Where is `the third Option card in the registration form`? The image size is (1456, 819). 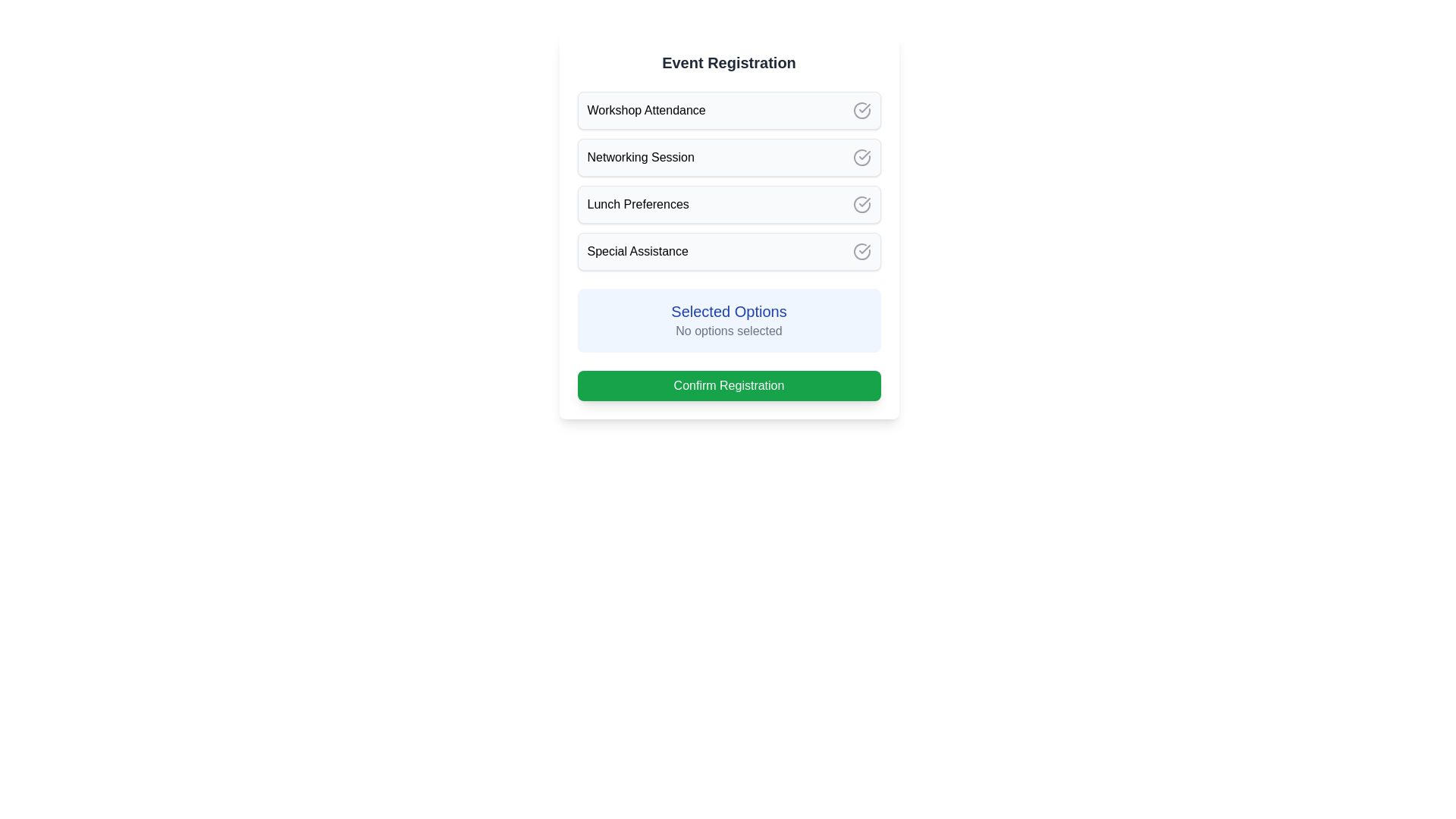 the third Option card in the registration form is located at coordinates (729, 205).